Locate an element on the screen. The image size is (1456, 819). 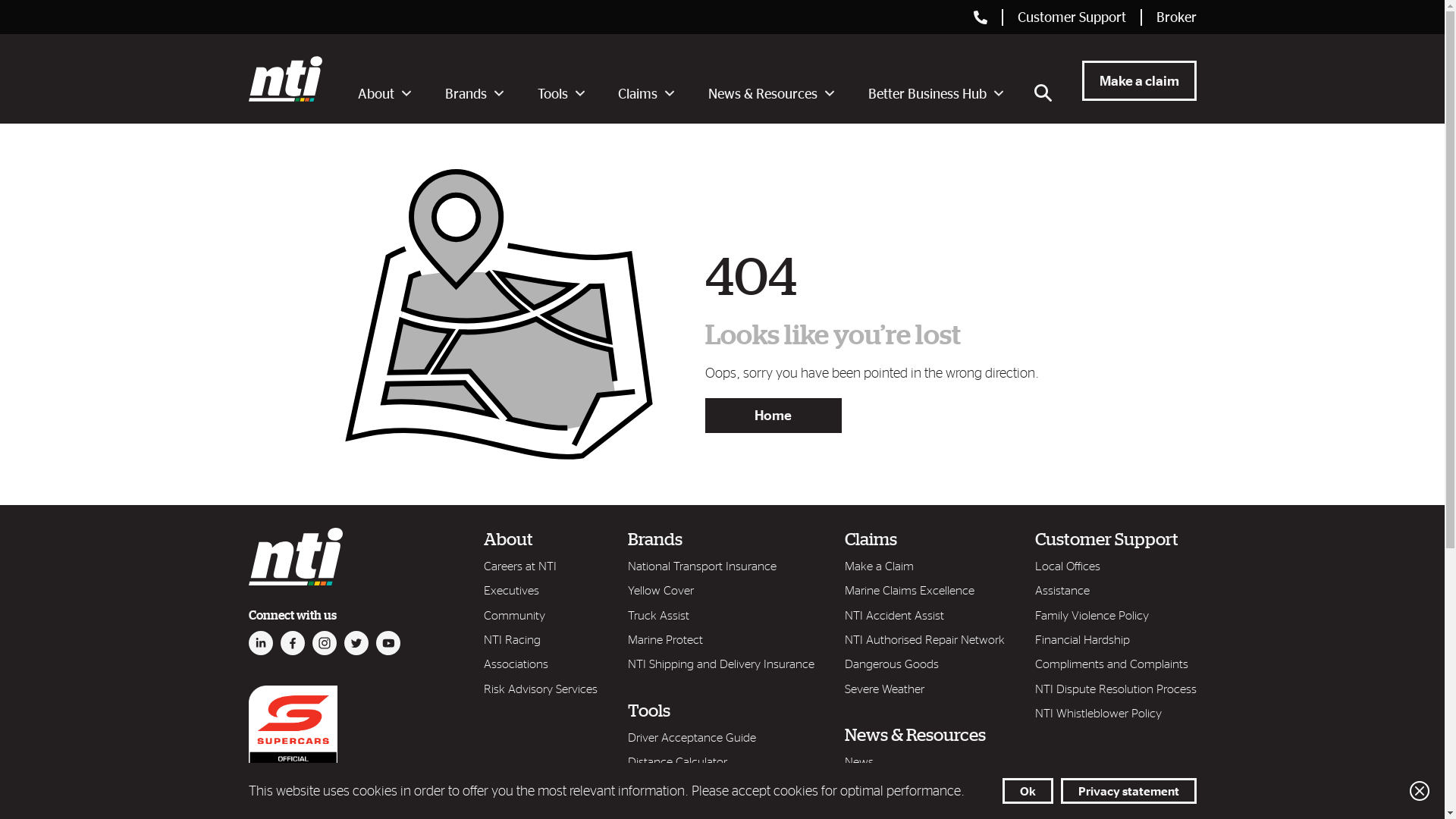
'About' is located at coordinates (384, 96).